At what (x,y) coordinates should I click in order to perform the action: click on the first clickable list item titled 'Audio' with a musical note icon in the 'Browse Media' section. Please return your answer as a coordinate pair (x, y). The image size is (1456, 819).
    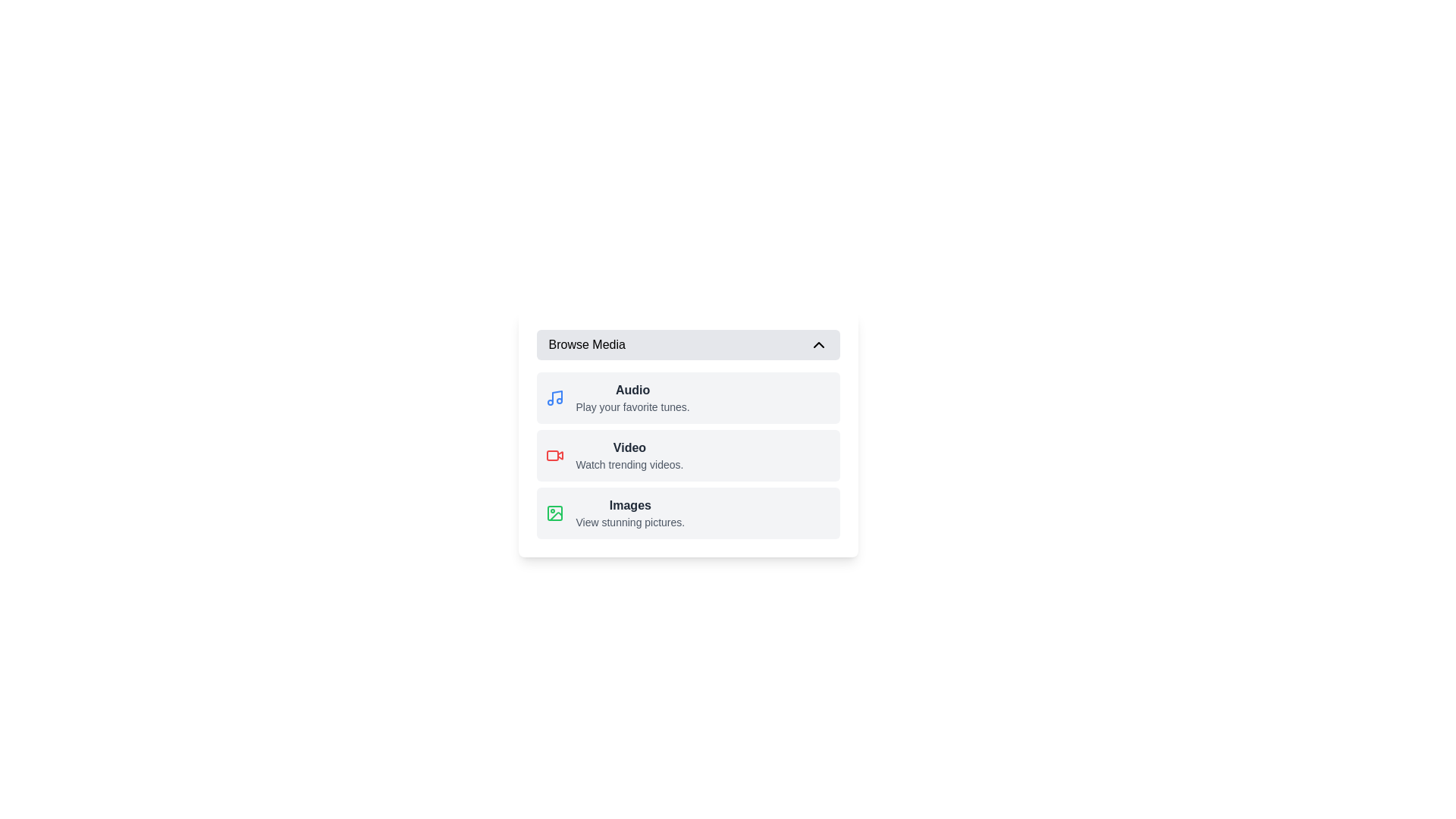
    Looking at the image, I should click on (632, 397).